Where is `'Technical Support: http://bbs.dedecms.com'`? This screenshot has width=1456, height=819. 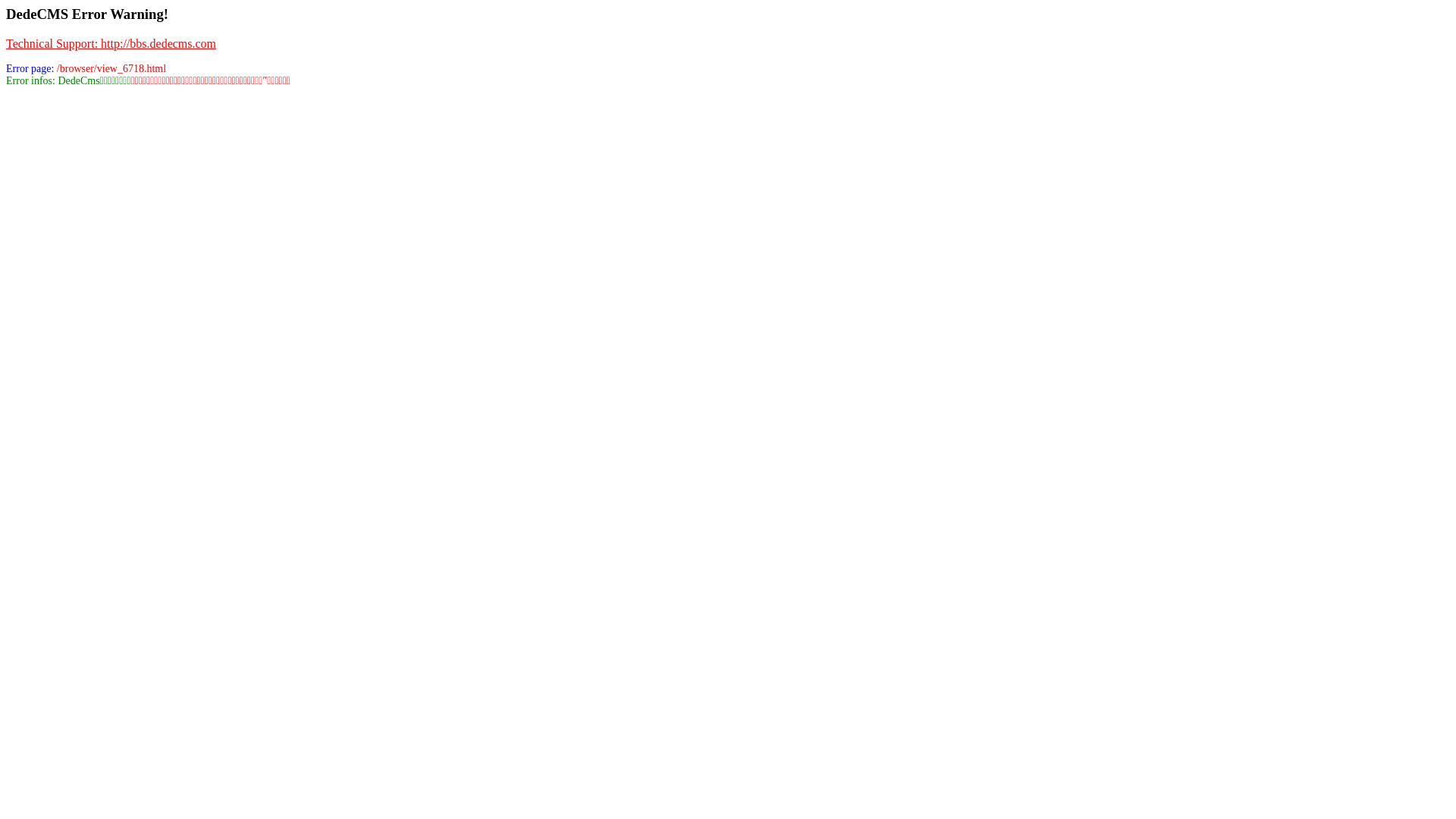 'Technical Support: http://bbs.dedecms.com' is located at coordinates (110, 42).